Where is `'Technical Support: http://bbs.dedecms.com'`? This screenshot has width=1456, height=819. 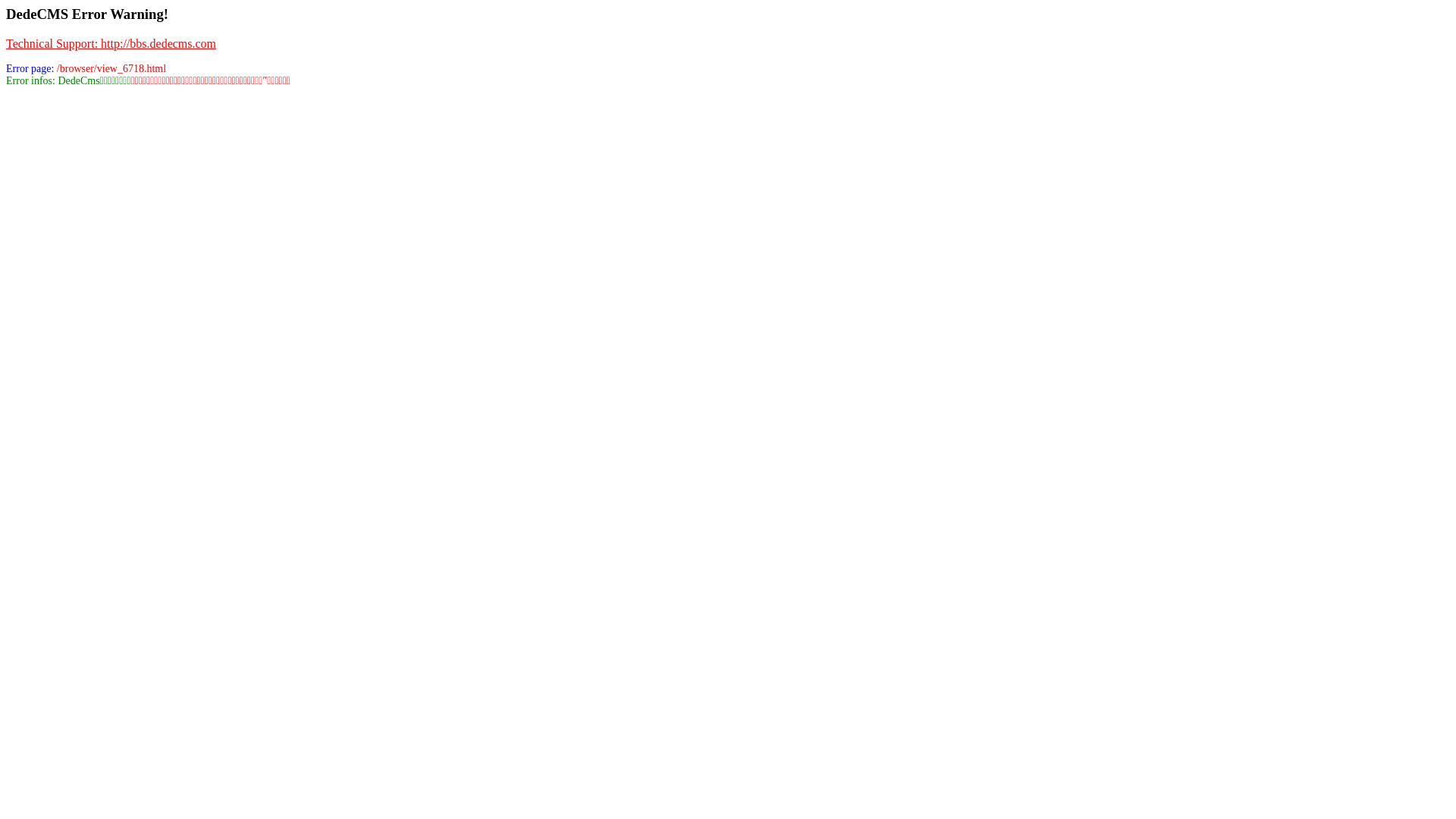 'Technical Support: http://bbs.dedecms.com' is located at coordinates (110, 42).